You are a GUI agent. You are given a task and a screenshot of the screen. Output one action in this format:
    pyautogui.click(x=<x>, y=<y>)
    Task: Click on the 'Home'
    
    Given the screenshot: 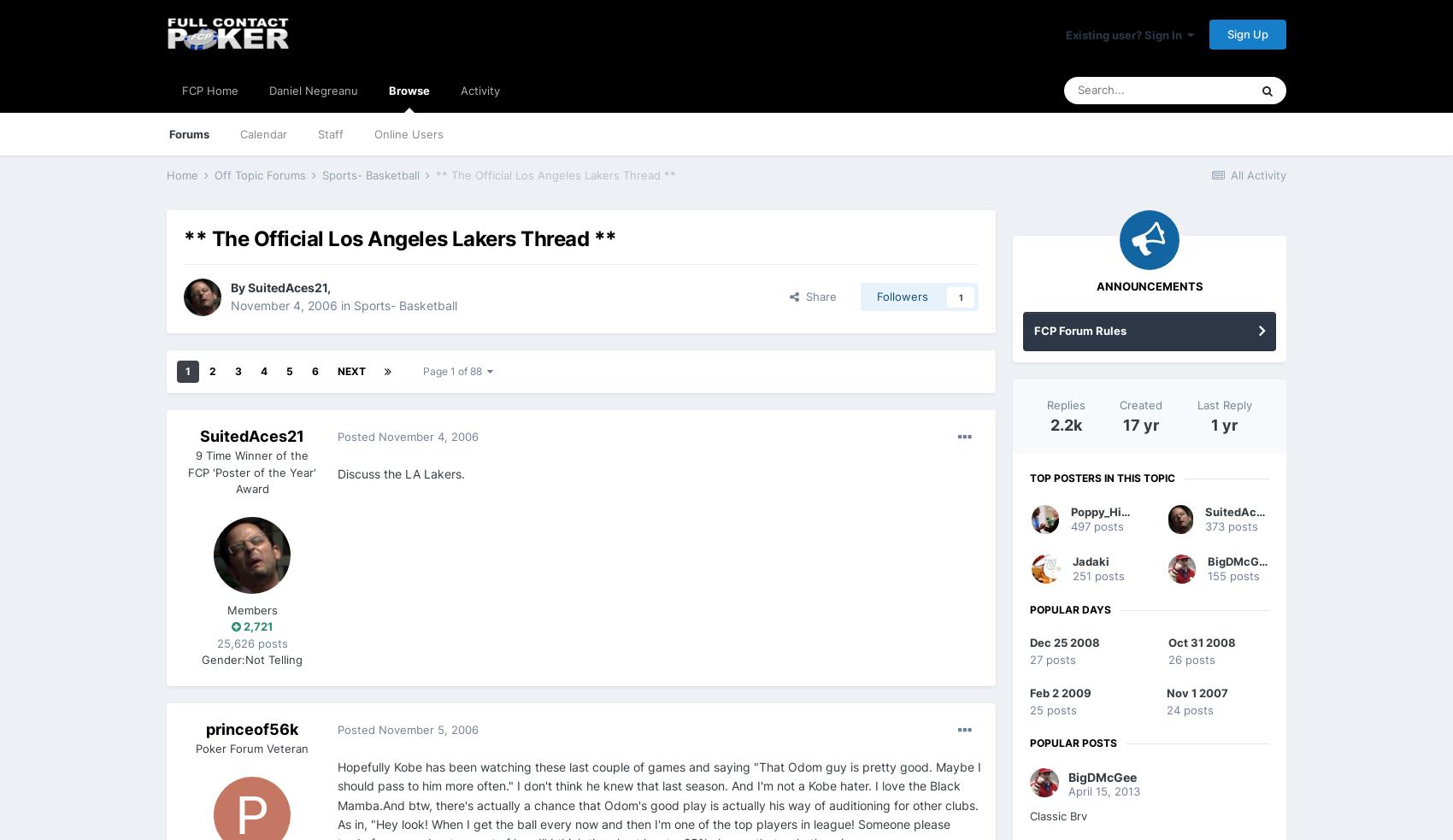 What is the action you would take?
    pyautogui.click(x=184, y=173)
    